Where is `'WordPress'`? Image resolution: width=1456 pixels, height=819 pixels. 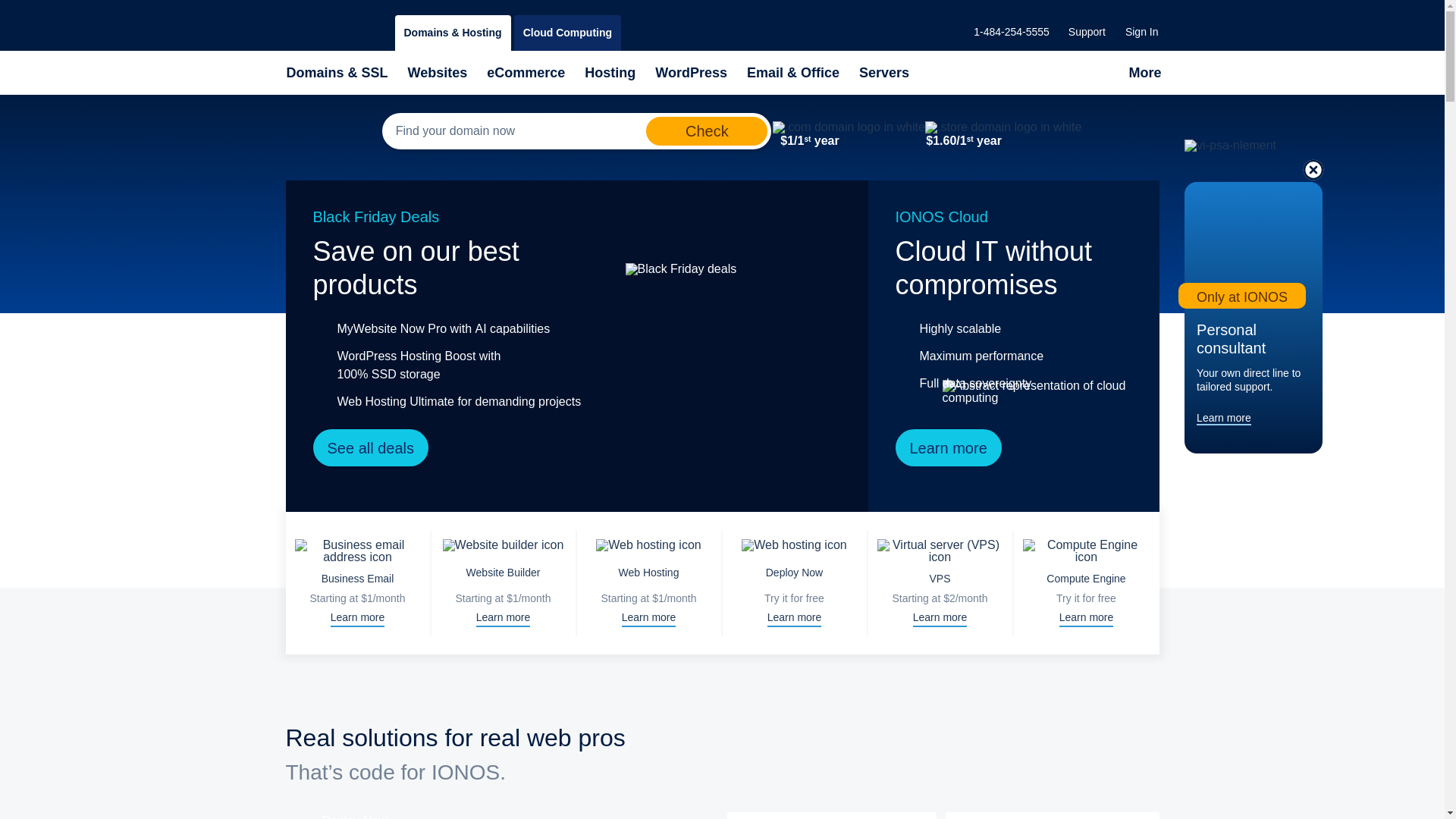 'WordPress' is located at coordinates (690, 73).